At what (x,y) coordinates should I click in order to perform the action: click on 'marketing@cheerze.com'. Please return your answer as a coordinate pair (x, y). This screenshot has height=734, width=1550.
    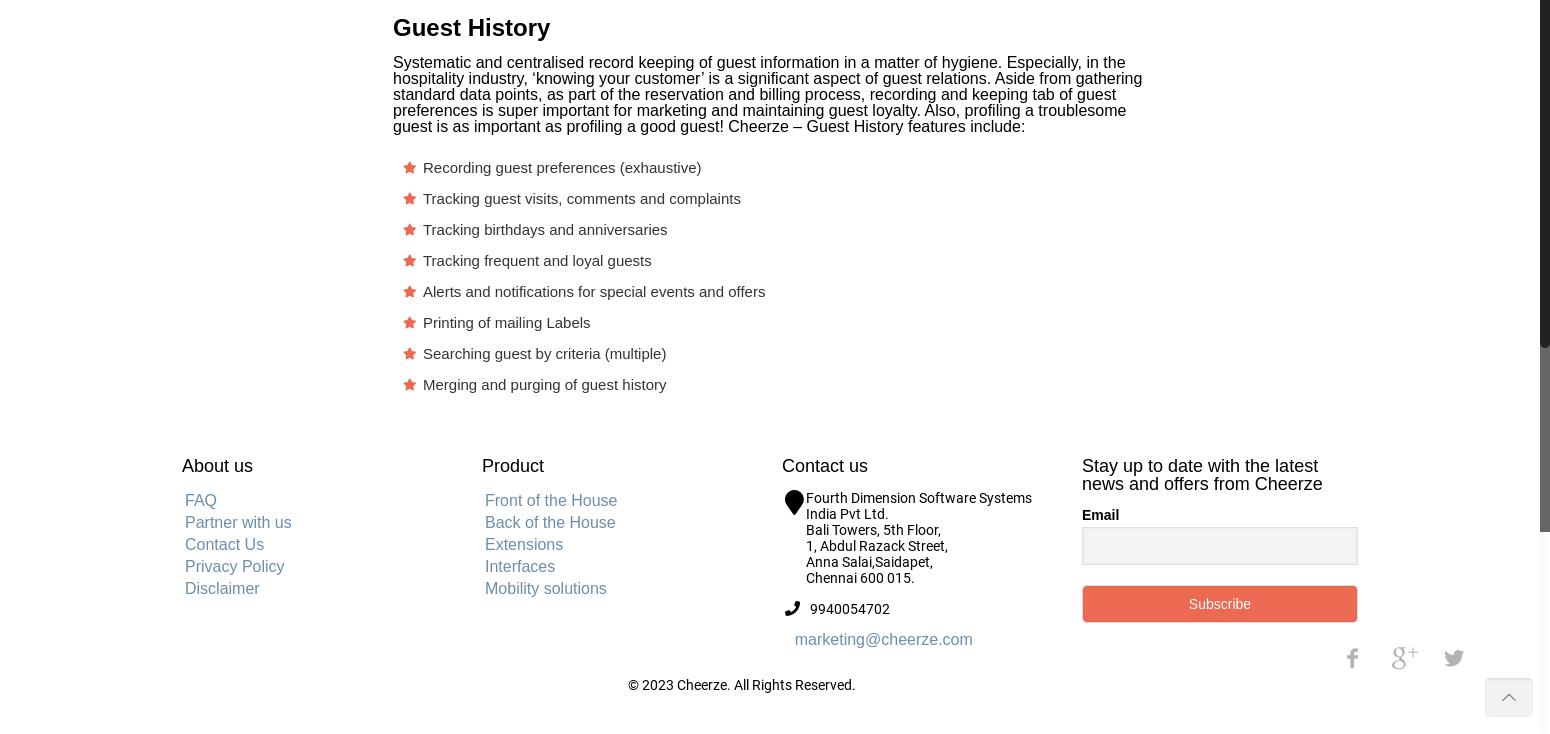
    Looking at the image, I should click on (793, 638).